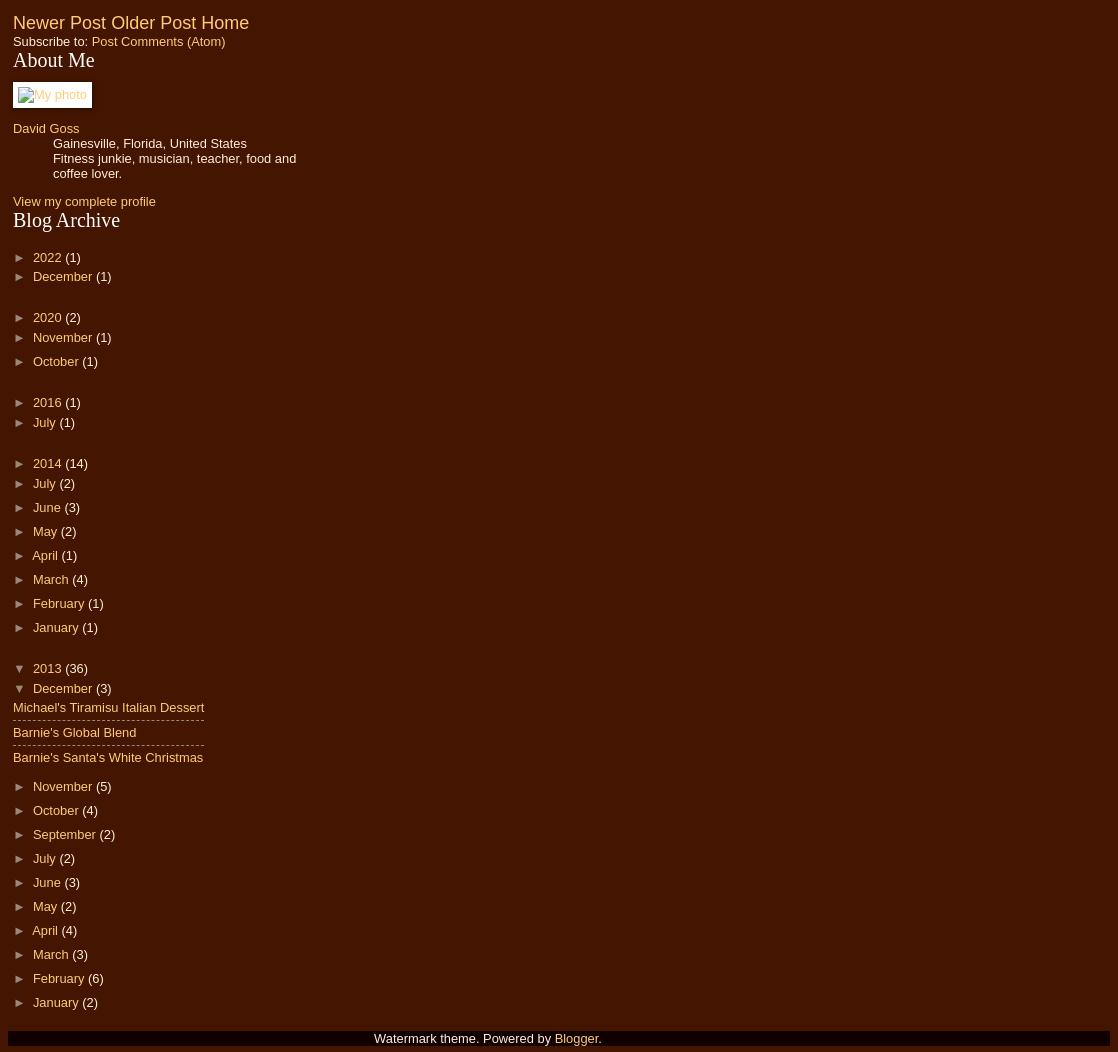 The height and width of the screenshot is (1052, 1118). I want to click on 'Barnie's Global Blend', so click(12, 732).